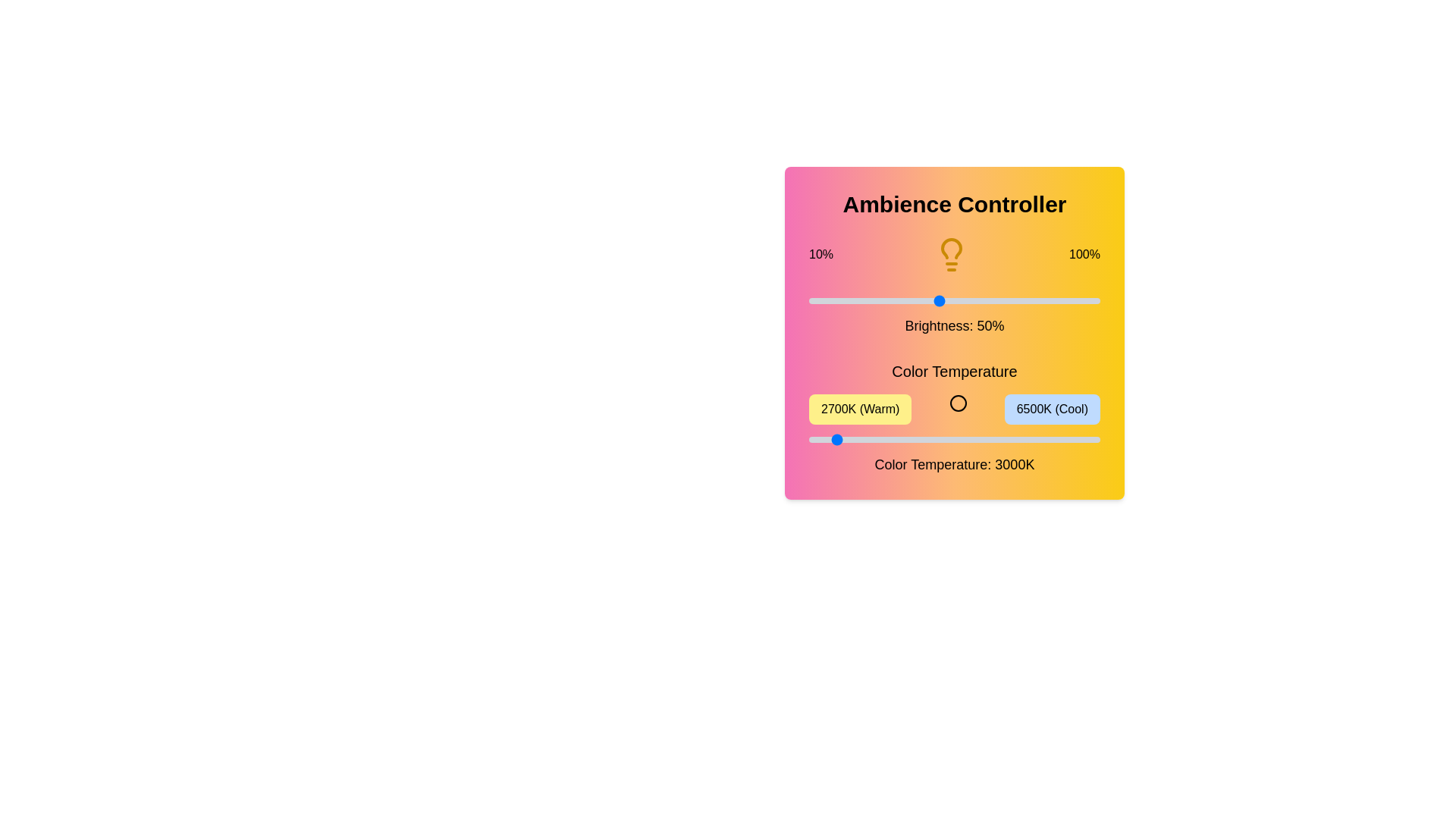  I want to click on the color temperature slider to 2830 K, so click(818, 439).